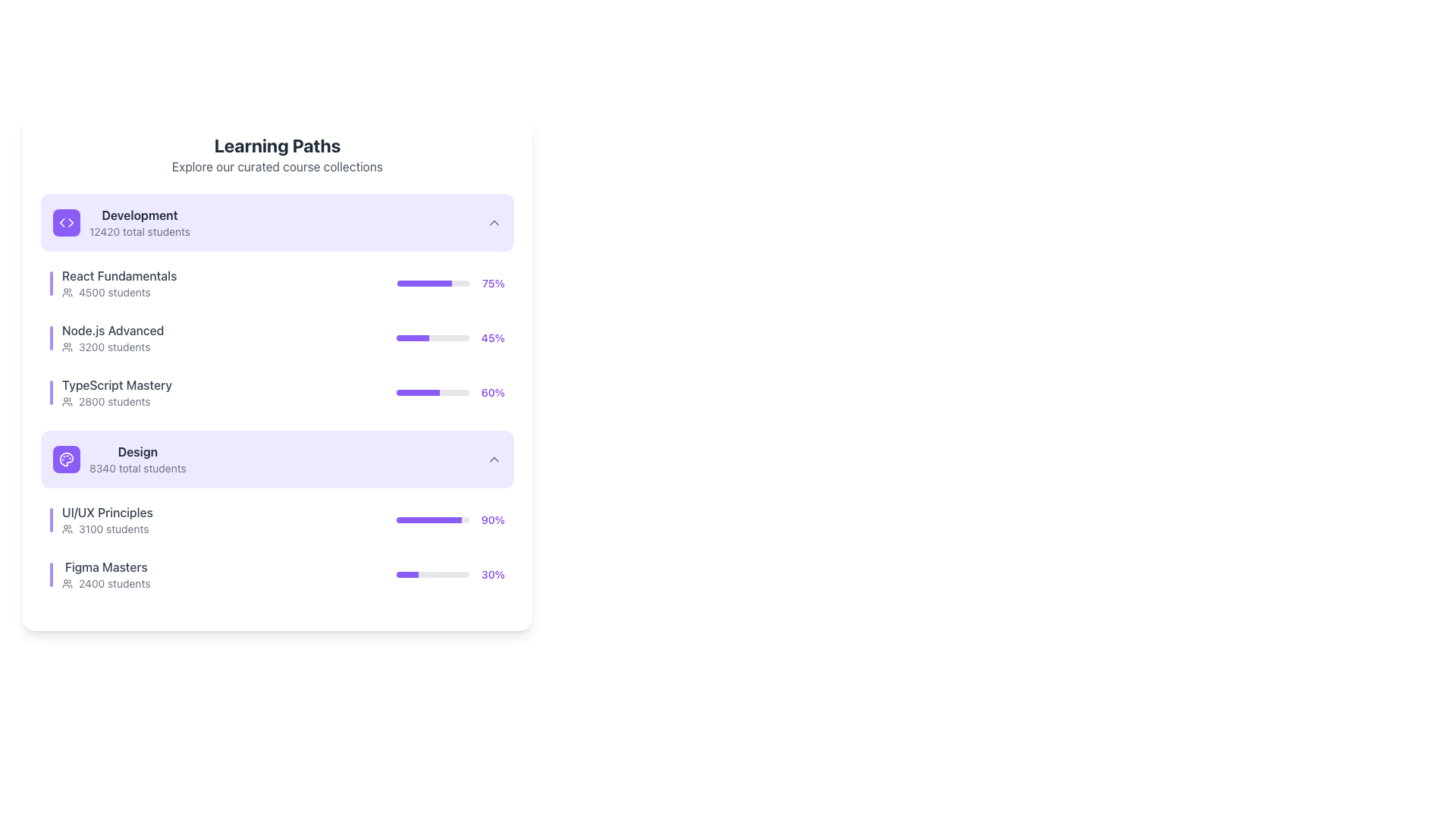 The height and width of the screenshot is (819, 1456). Describe the element at coordinates (112, 337) in the screenshot. I see `student count displayed next to the 'Node.js Advanced' course hyperlink, which is the second entry under the 'Development' section of the 'Learning Paths' menu` at that location.